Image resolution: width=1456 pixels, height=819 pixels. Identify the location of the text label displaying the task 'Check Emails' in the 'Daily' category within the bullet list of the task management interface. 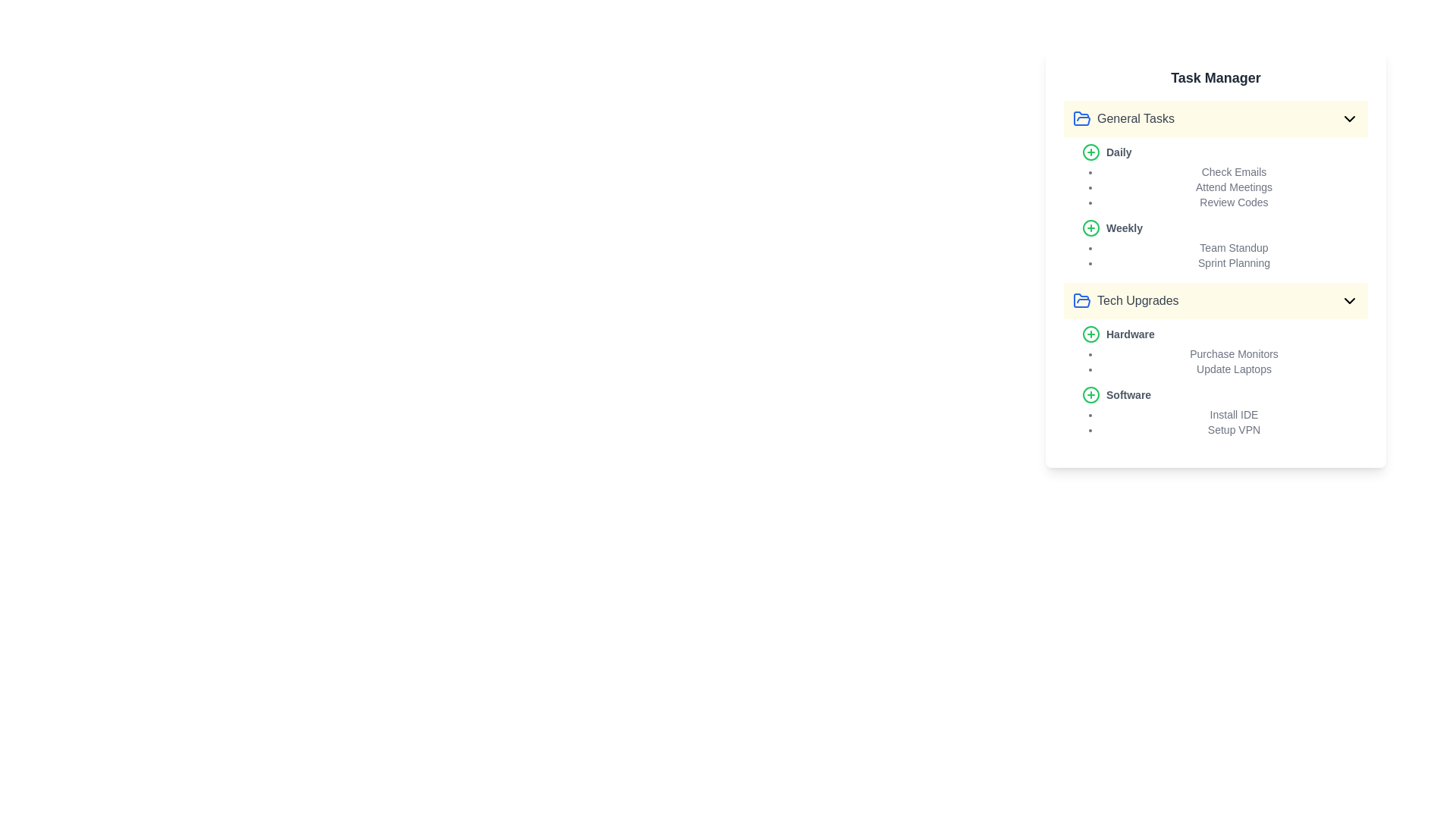
(1234, 171).